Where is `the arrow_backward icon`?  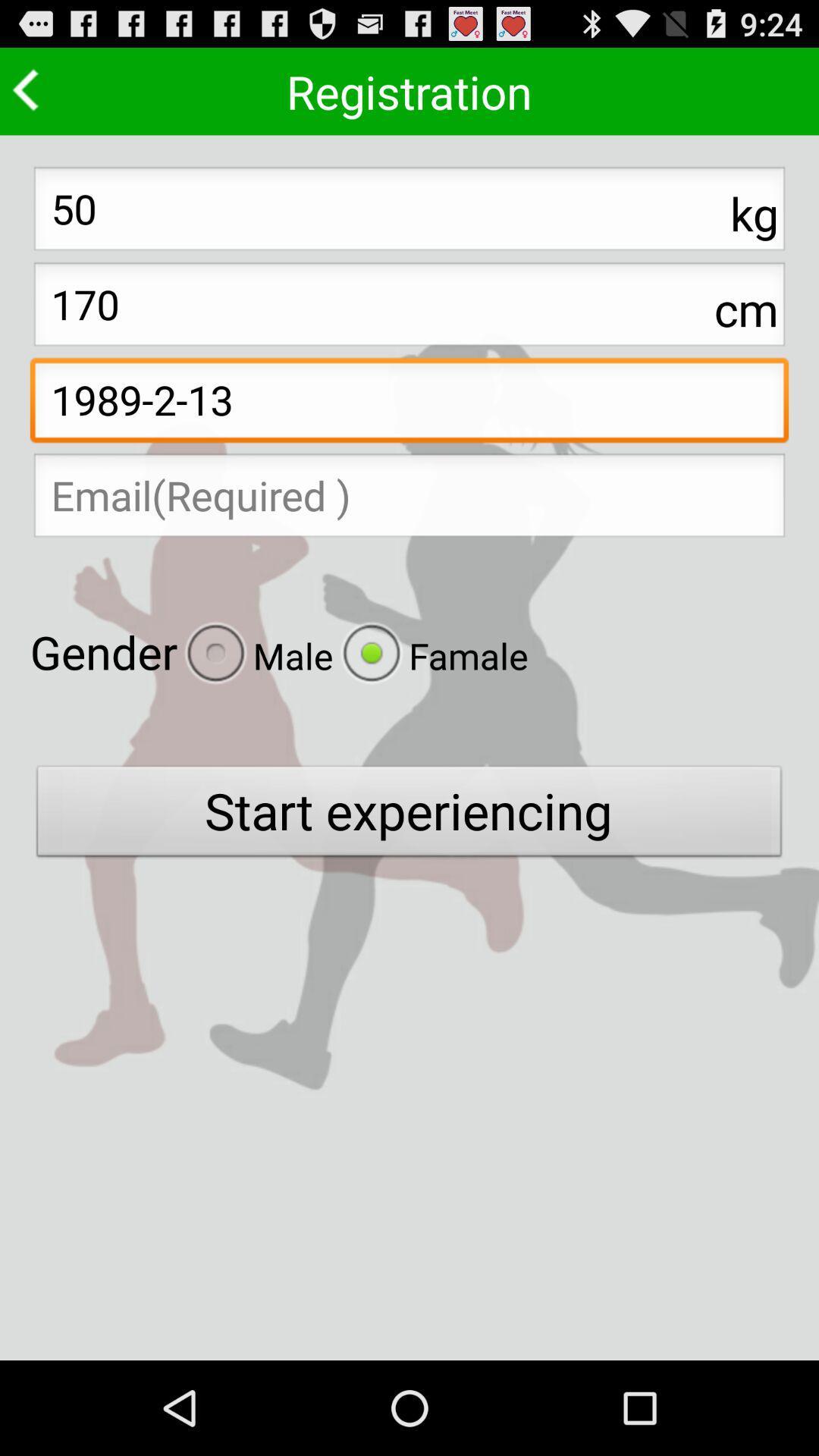
the arrow_backward icon is located at coordinates (30, 95).